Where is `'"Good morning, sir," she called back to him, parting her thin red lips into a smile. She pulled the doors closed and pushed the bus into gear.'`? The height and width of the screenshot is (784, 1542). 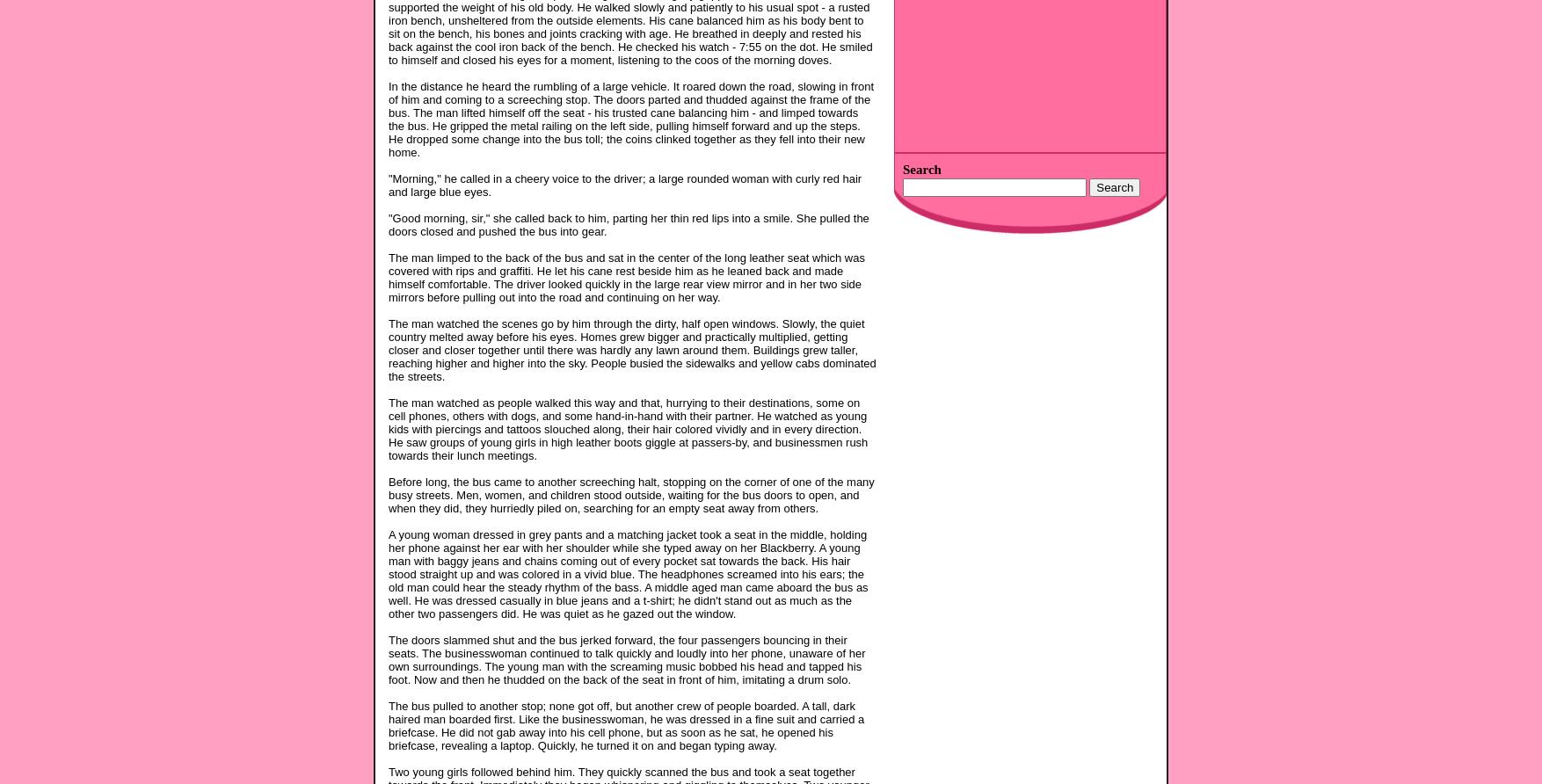
'"Good morning, sir," she called back to him, parting her thin red lips into a smile. She pulled the doors closed and pushed the bus into gear.' is located at coordinates (628, 224).